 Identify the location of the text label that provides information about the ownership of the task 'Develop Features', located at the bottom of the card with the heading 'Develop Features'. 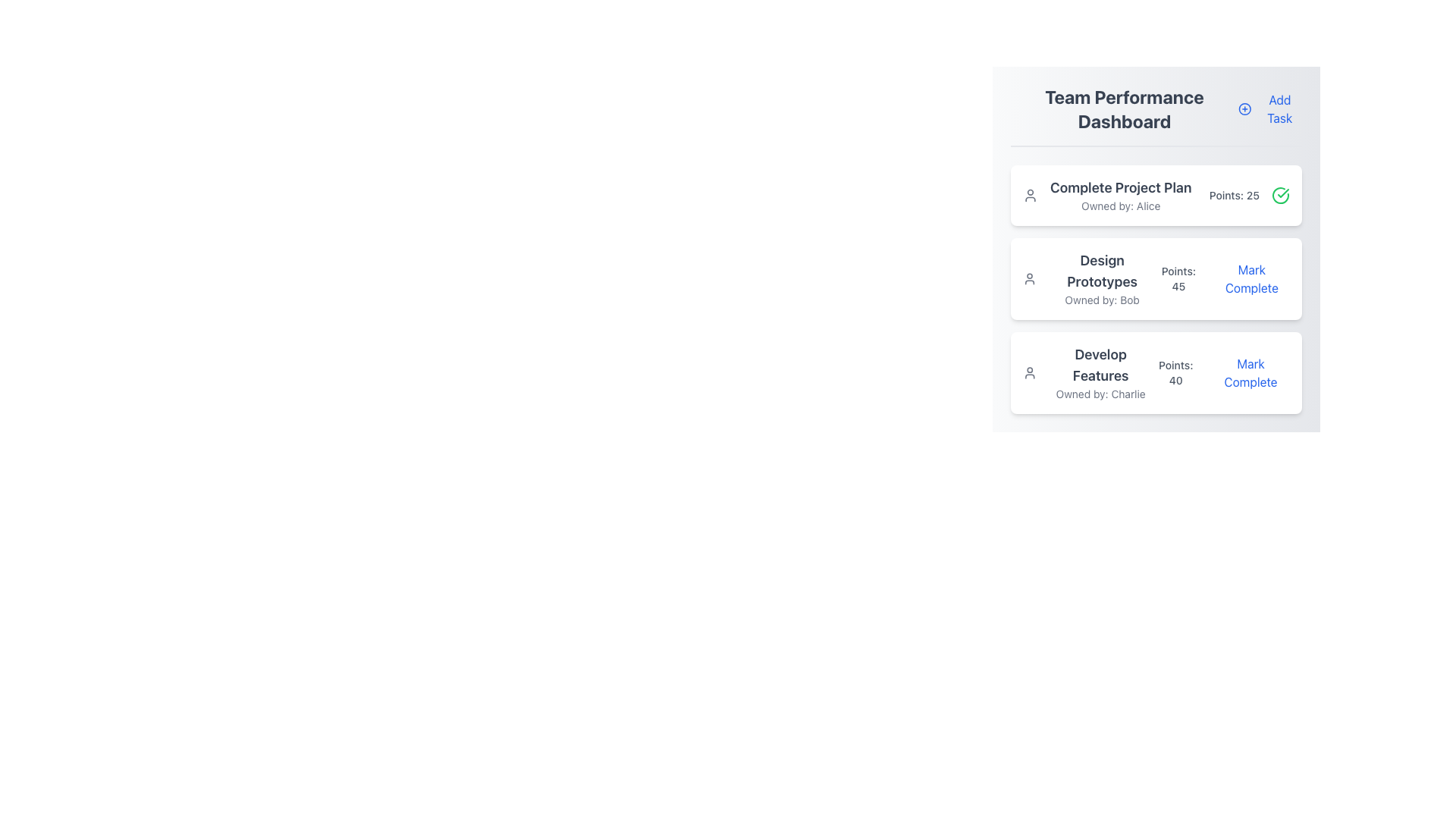
(1100, 394).